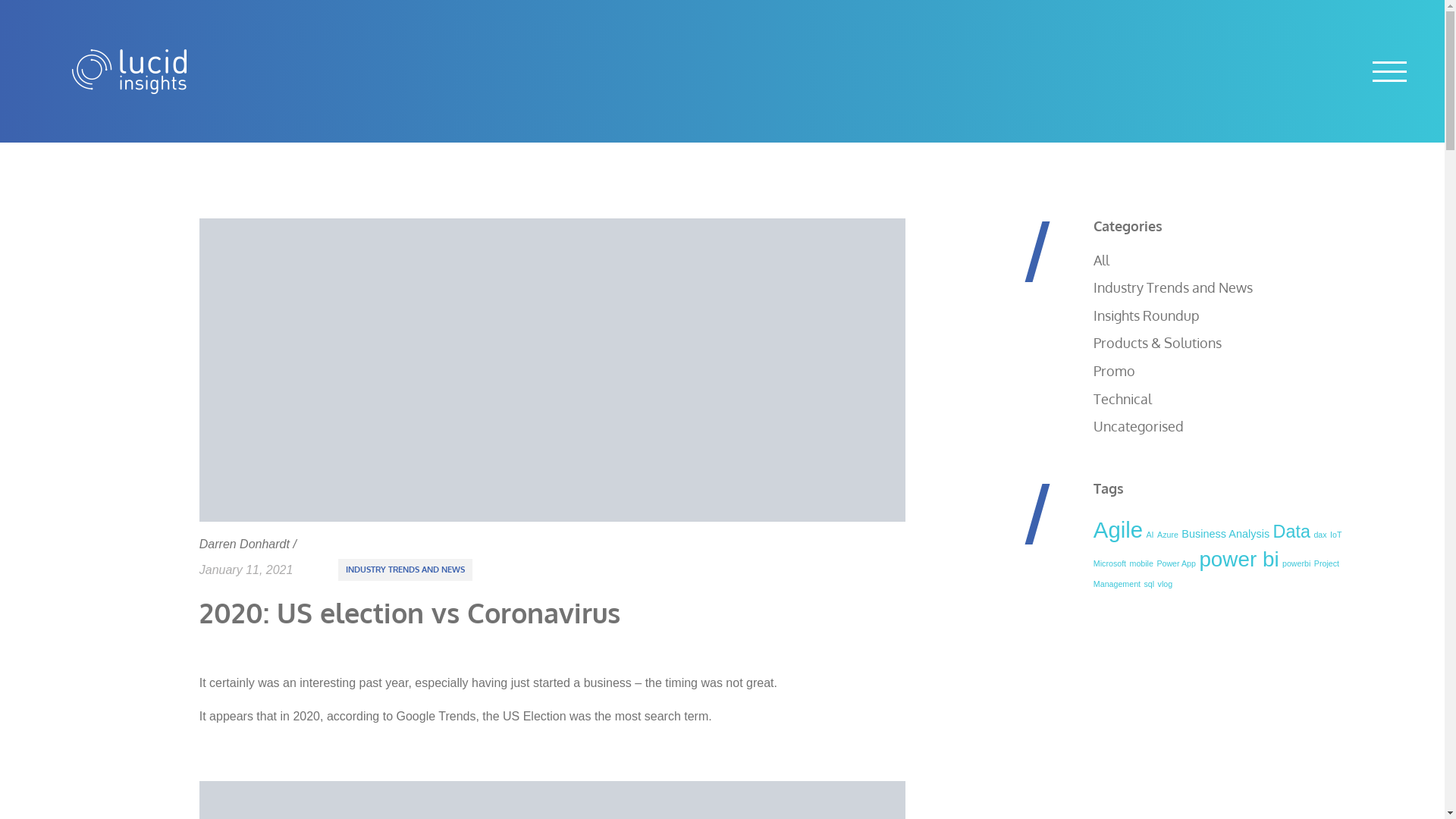 The width and height of the screenshot is (1456, 819). I want to click on 'Promo', so click(1114, 371).